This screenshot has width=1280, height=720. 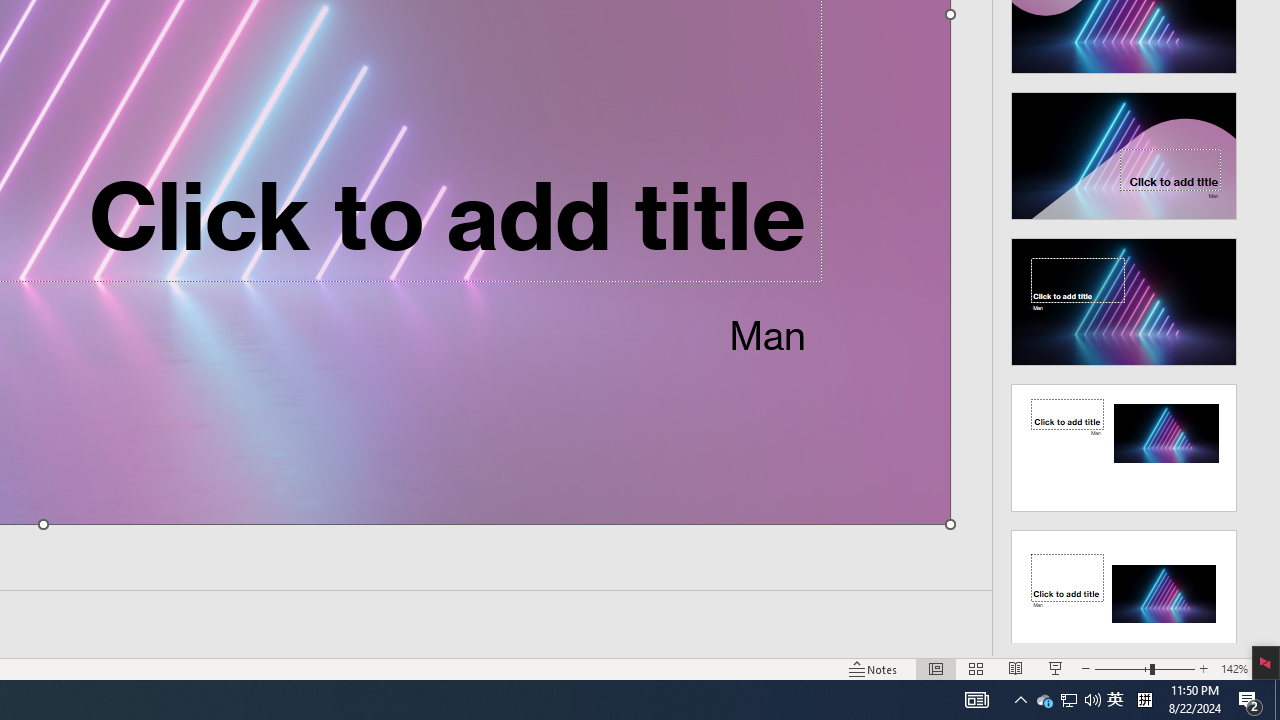 What do you see at coordinates (1233, 669) in the screenshot?
I see `'Zoom 142%'` at bounding box center [1233, 669].